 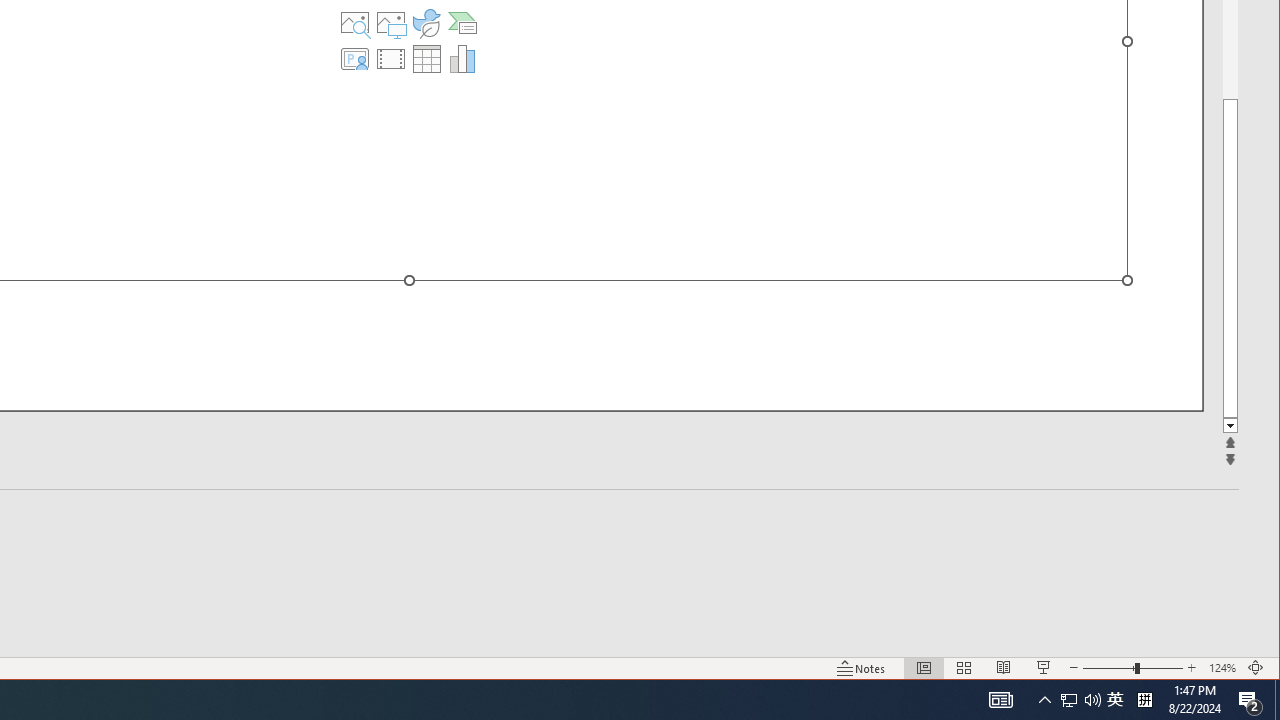 I want to click on 'Insert Video', so click(x=391, y=58).